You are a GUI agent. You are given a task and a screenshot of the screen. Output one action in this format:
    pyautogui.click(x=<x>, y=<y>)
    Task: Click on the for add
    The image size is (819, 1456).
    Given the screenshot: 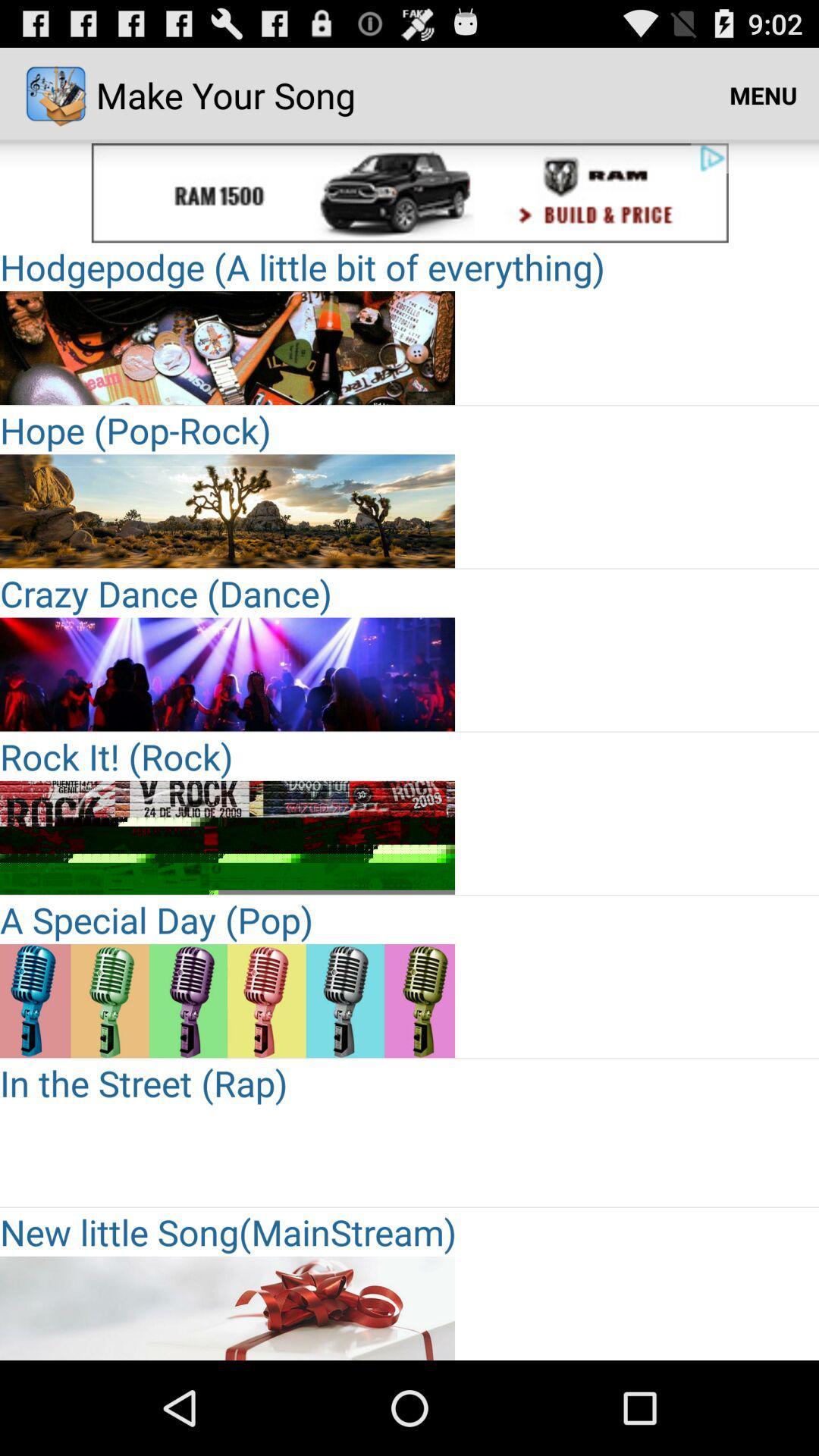 What is the action you would take?
    pyautogui.click(x=227, y=1001)
    